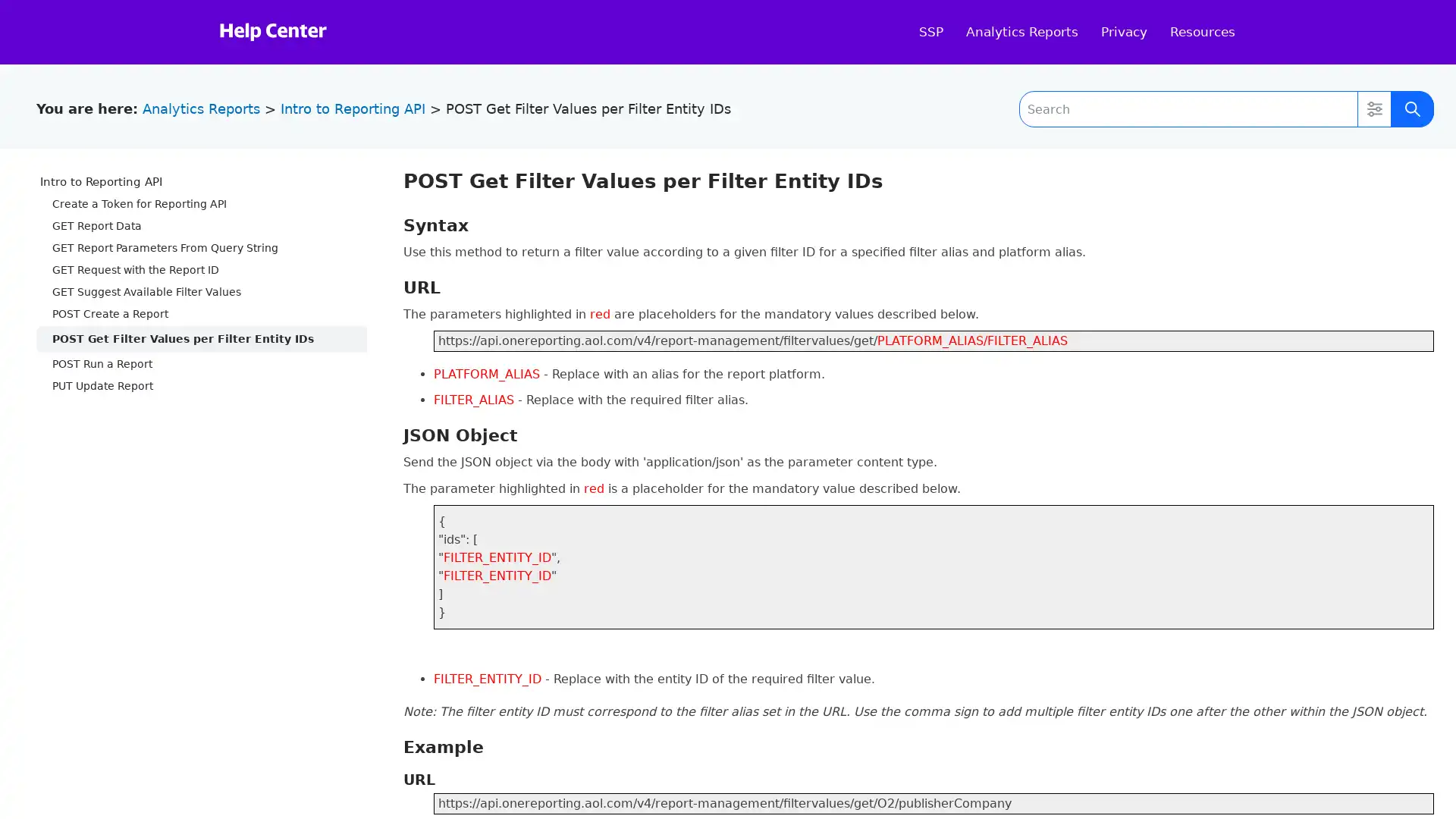  Describe the element at coordinates (1411, 108) in the screenshot. I see `Submit Search` at that location.